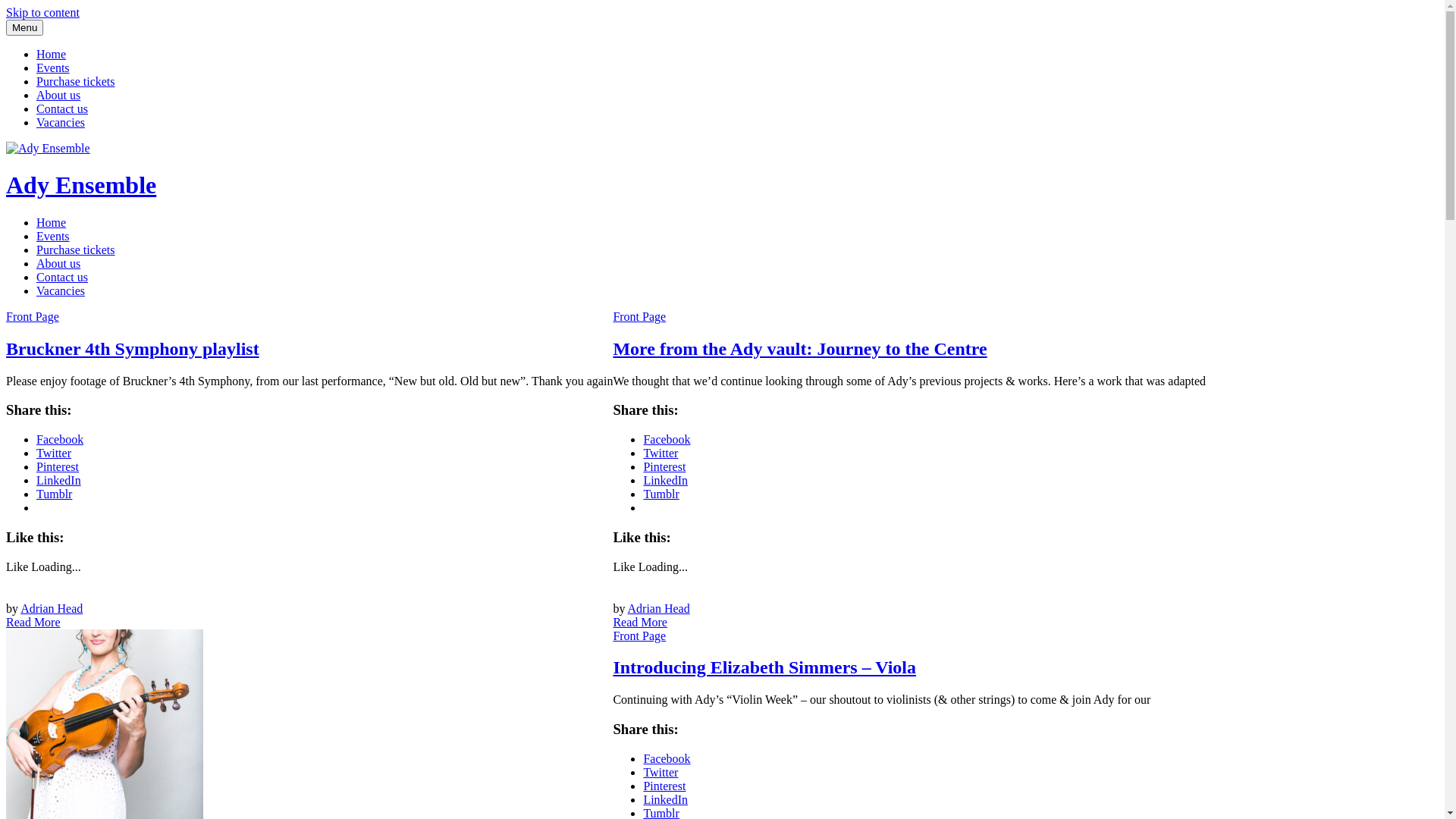 The width and height of the screenshot is (1456, 819). I want to click on 'Facebook', so click(59, 439).